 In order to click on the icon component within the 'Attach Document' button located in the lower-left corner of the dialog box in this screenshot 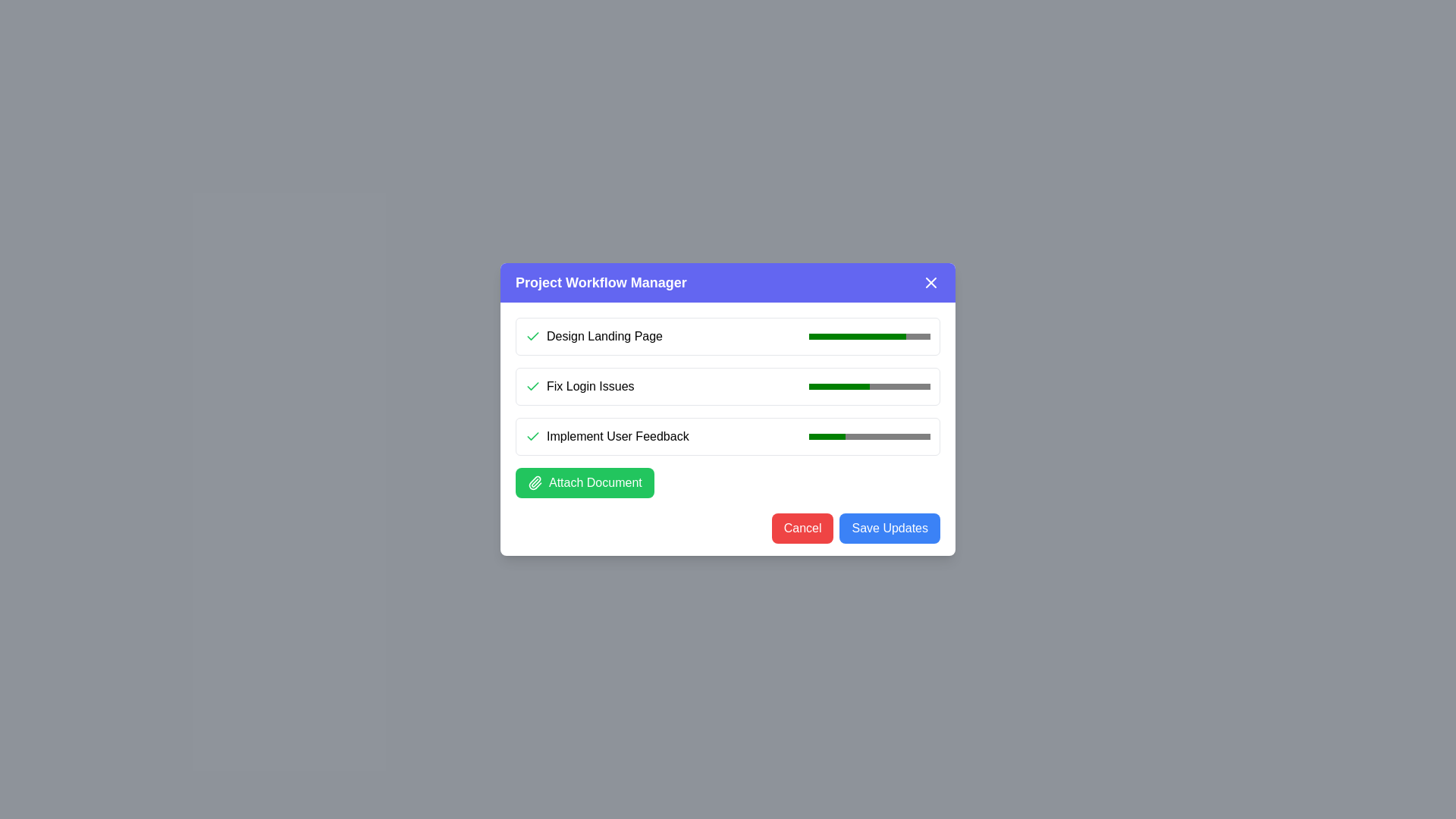, I will do `click(535, 482)`.